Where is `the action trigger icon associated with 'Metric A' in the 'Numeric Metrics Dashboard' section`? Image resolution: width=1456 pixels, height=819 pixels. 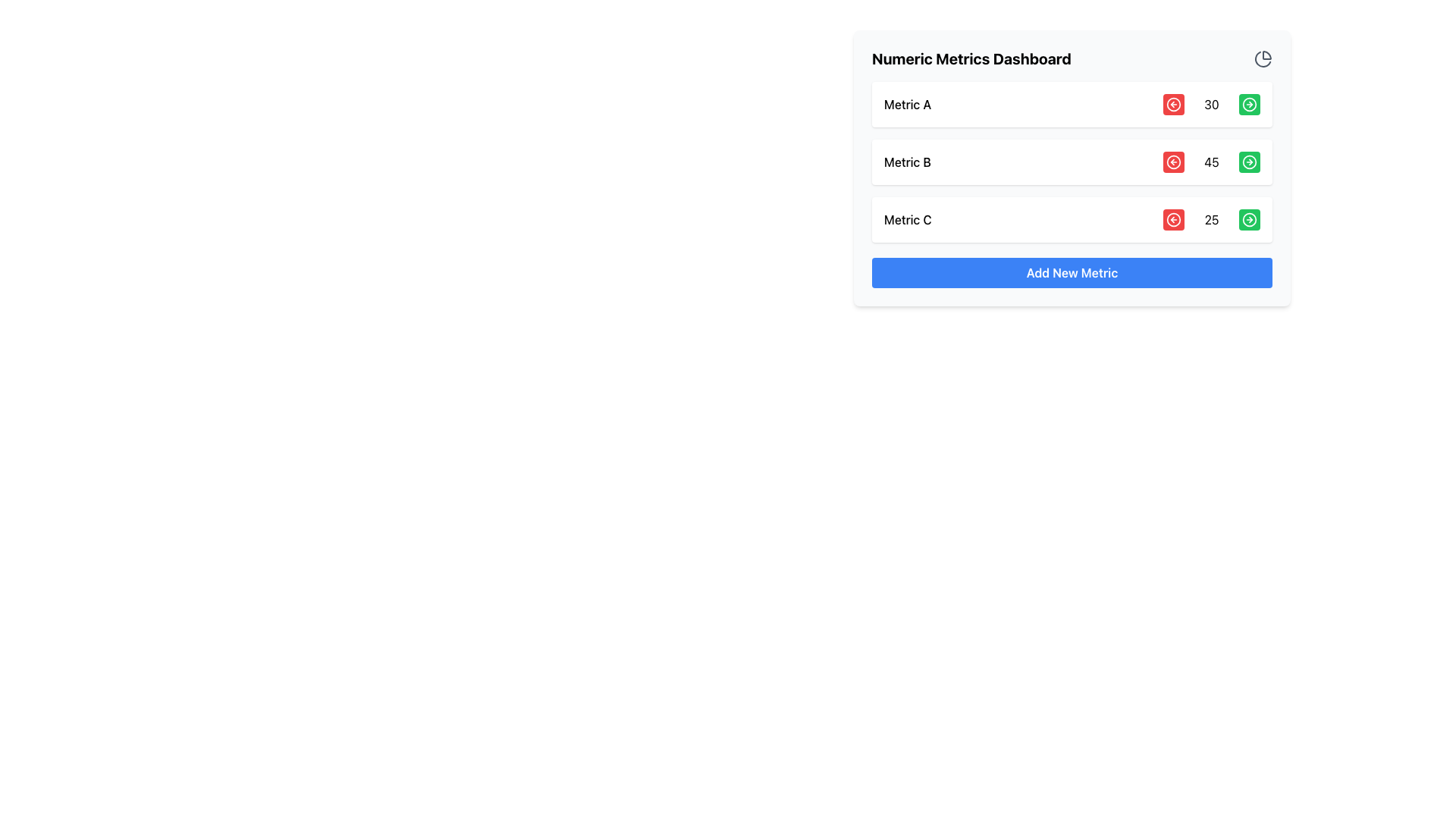
the action trigger icon associated with 'Metric A' in the 'Numeric Metrics Dashboard' section is located at coordinates (1249, 104).